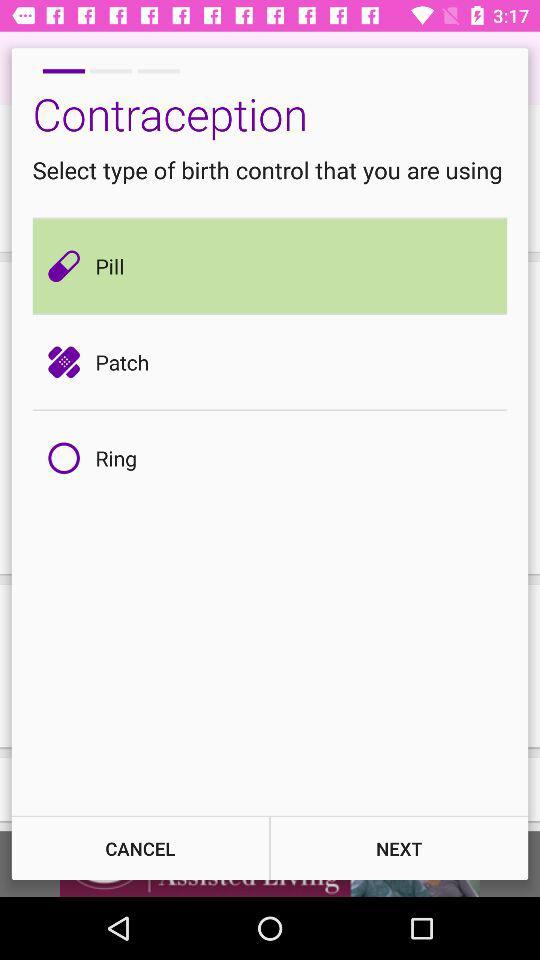 This screenshot has width=540, height=960. What do you see at coordinates (139, 847) in the screenshot?
I see `the cancel` at bounding box center [139, 847].